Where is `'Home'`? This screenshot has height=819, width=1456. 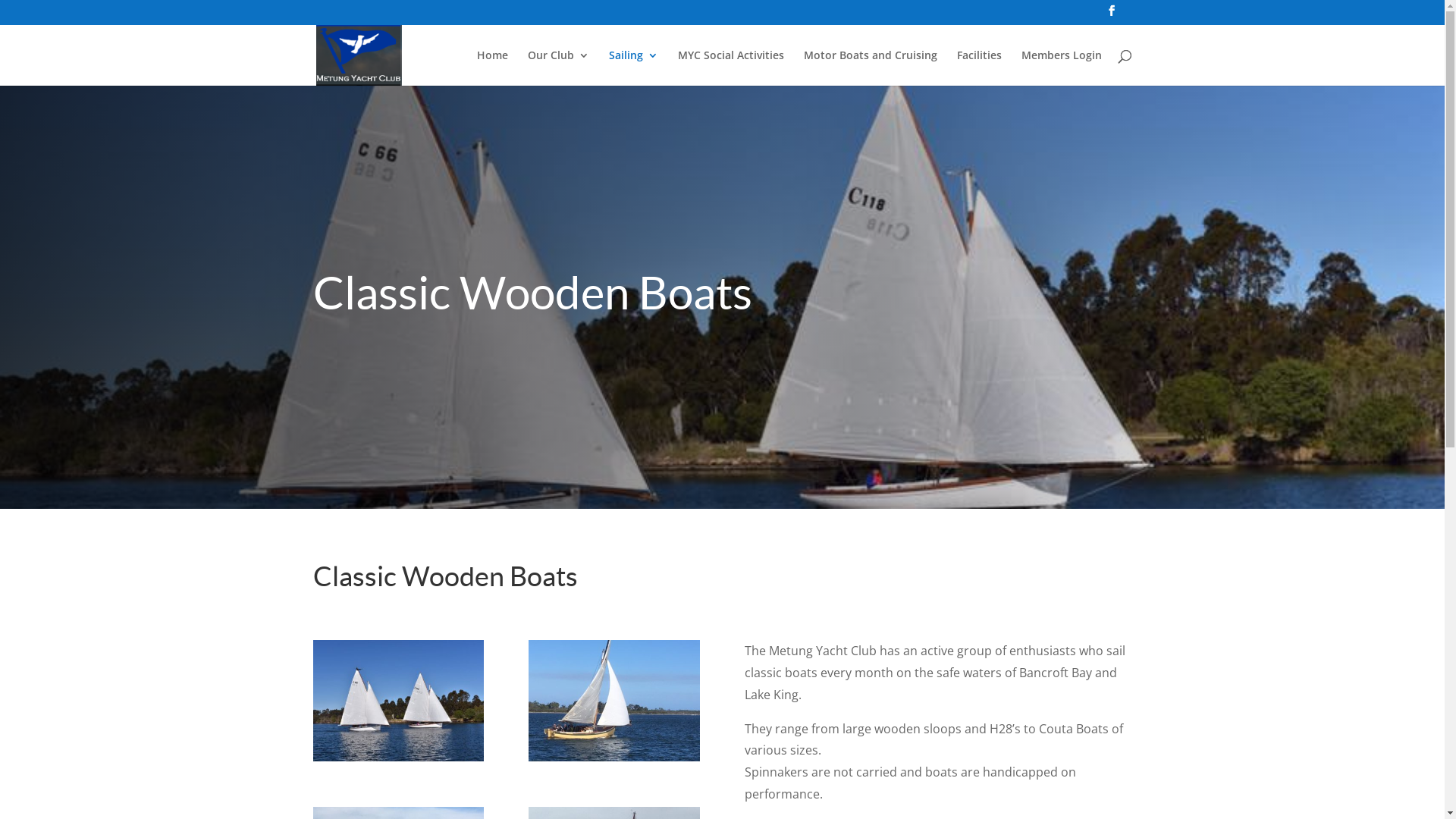 'Home' is located at coordinates (491, 67).